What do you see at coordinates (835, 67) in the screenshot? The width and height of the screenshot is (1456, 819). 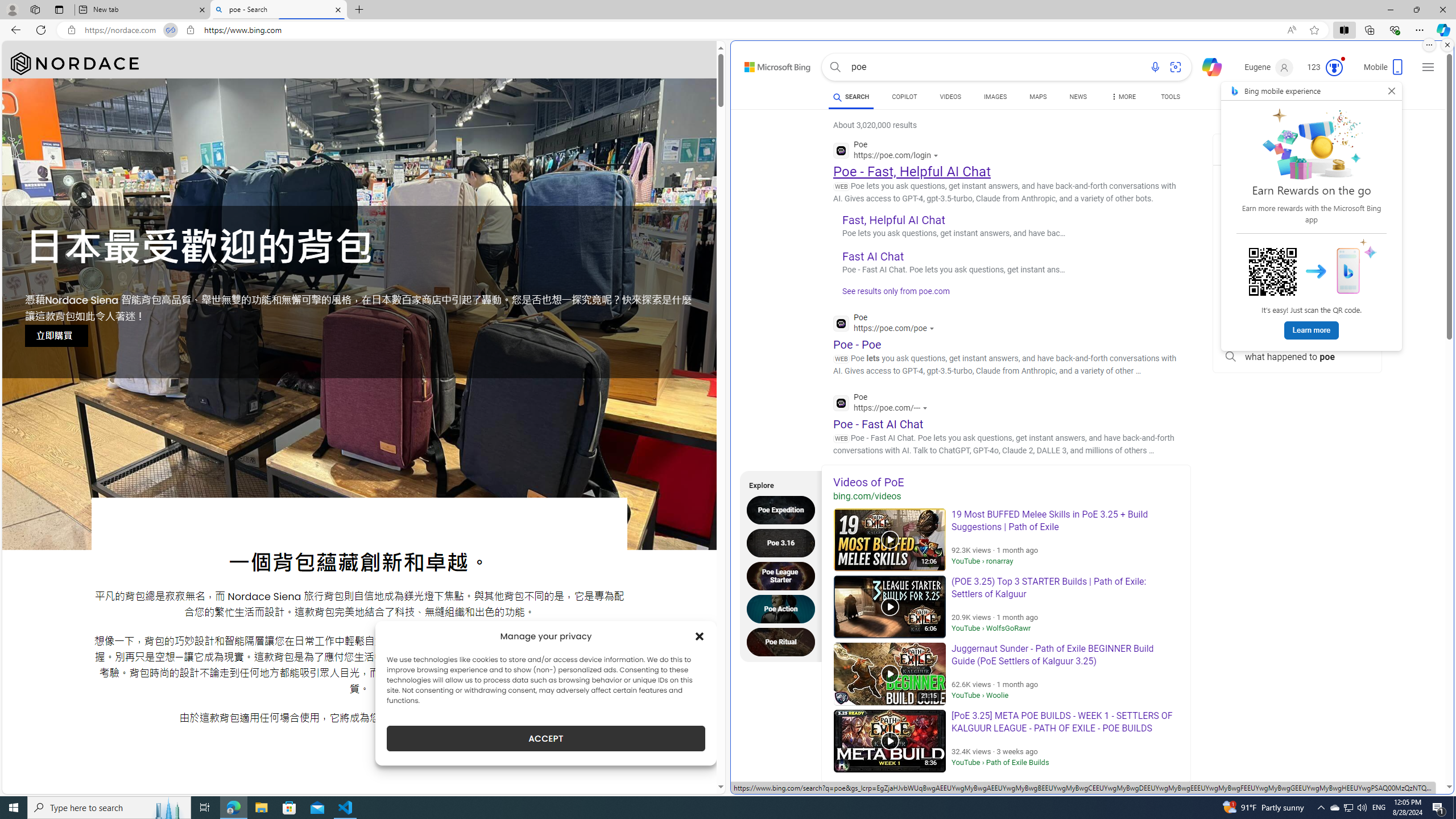 I see `'Search button'` at bounding box center [835, 67].